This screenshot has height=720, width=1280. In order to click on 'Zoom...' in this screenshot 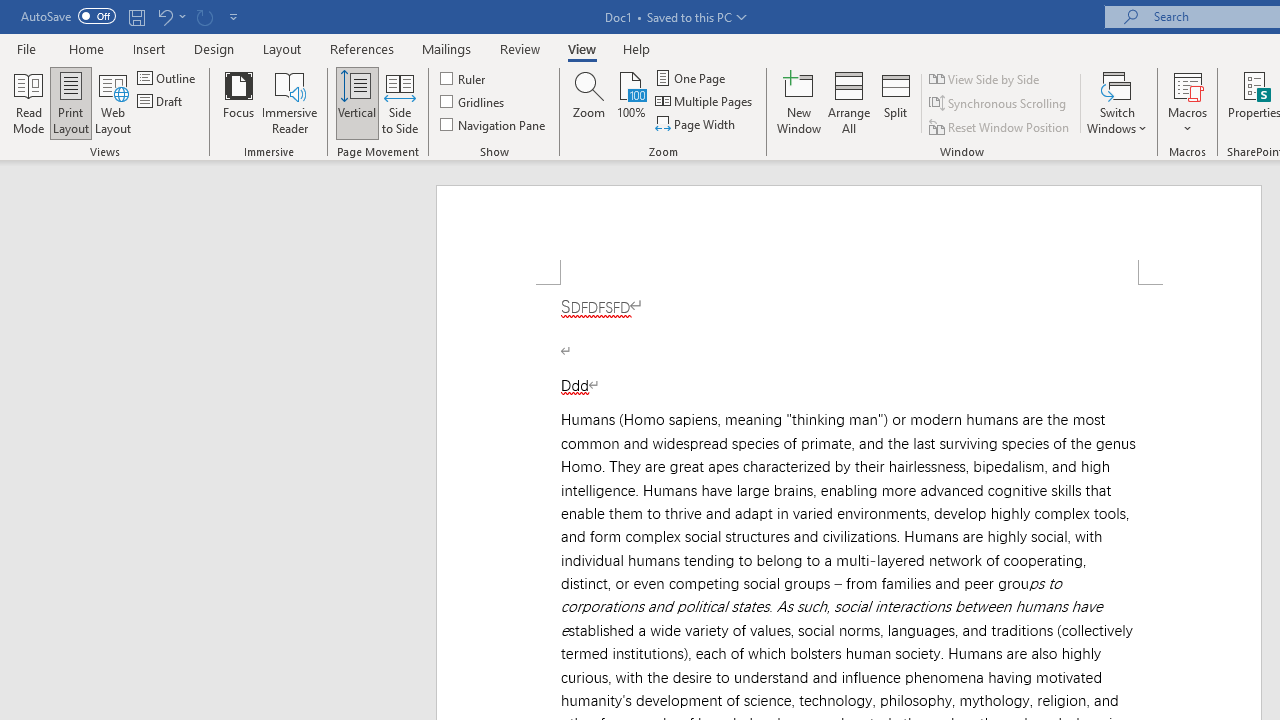, I will do `click(588, 103)`.